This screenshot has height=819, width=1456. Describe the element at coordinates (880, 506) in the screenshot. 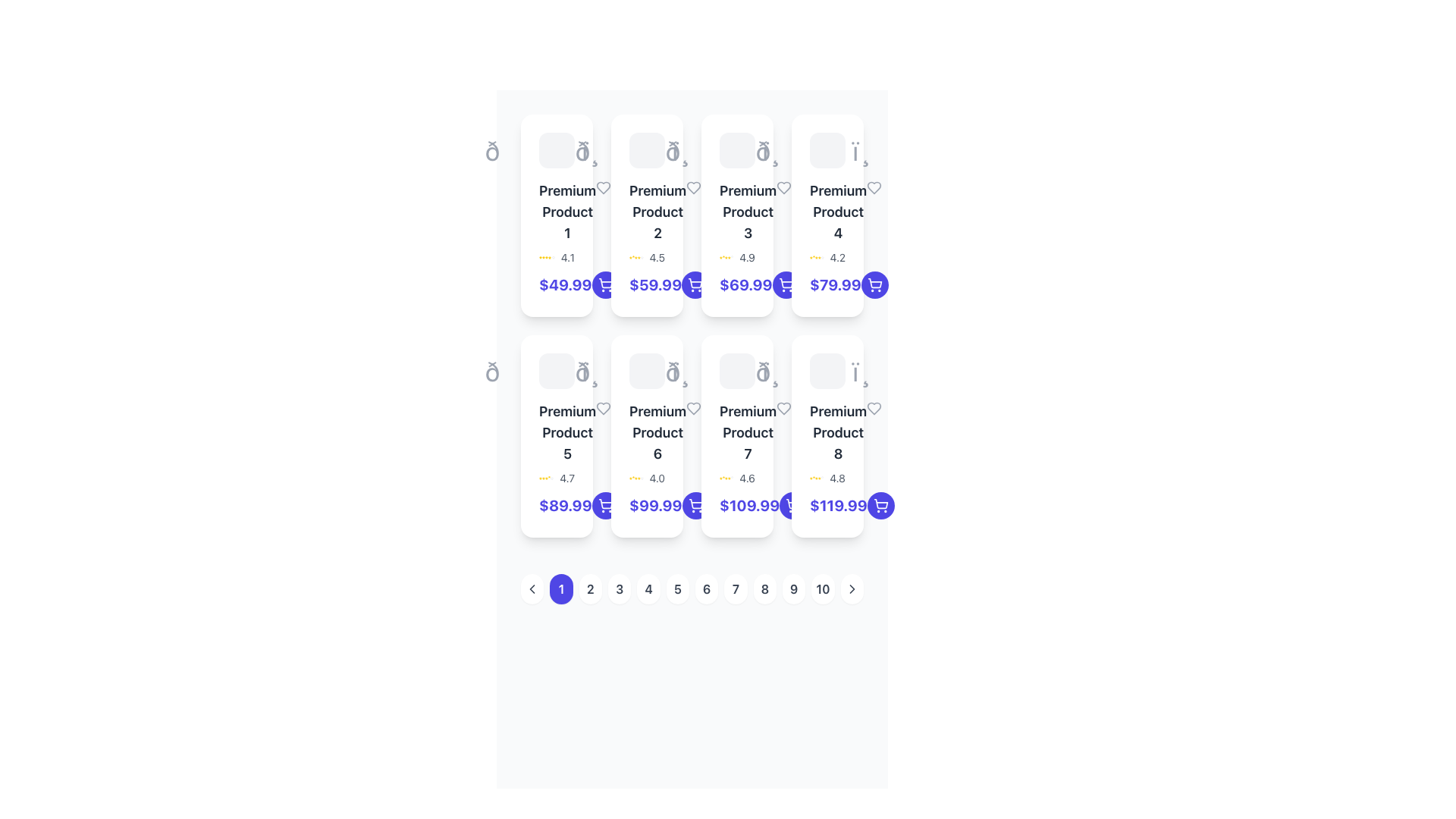

I see `the interactive button located at the bottom-right corner of the card for 'Premium Product 8'` at that location.